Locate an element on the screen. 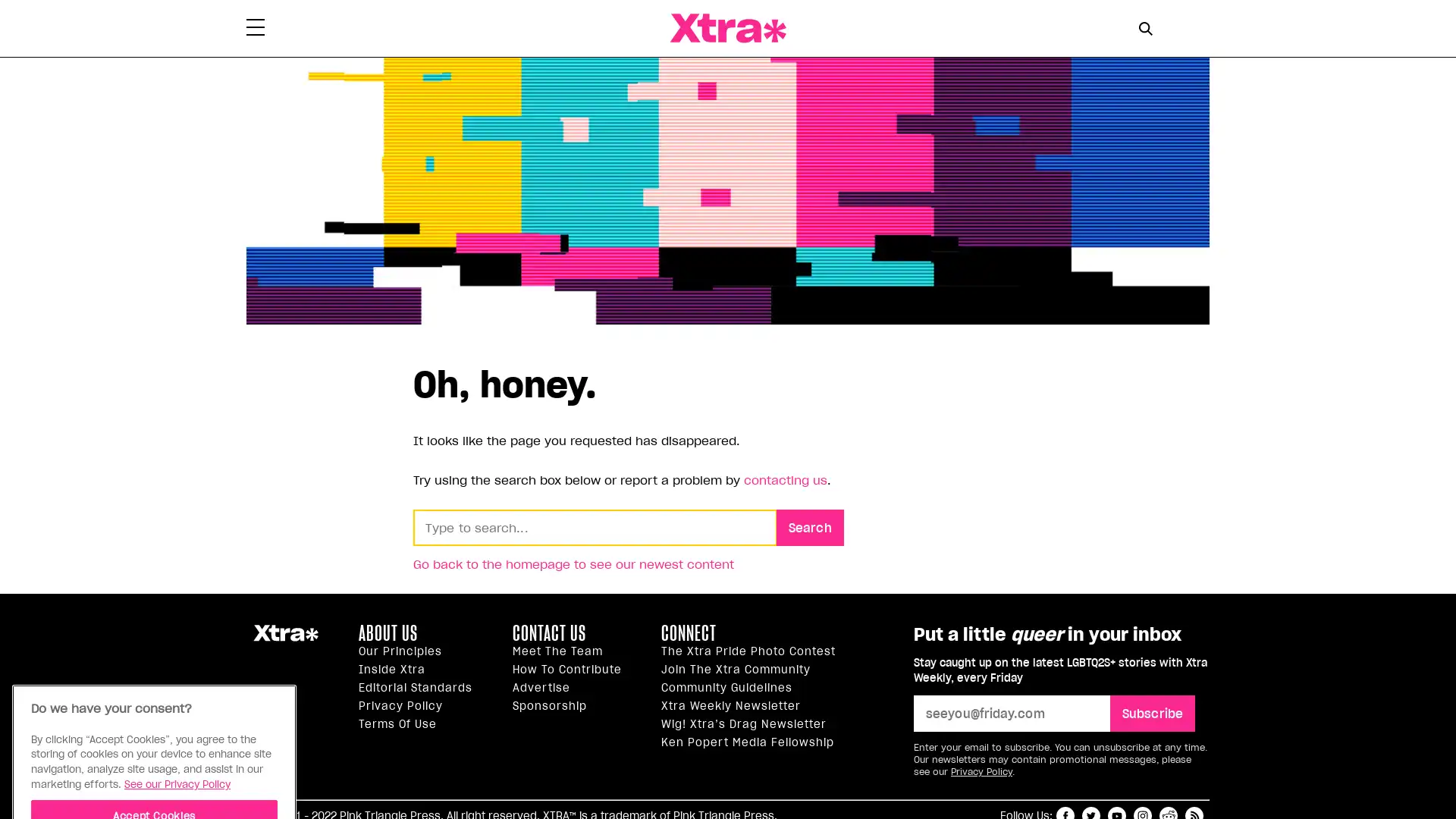  Search Button is located at coordinates (1145, 28).